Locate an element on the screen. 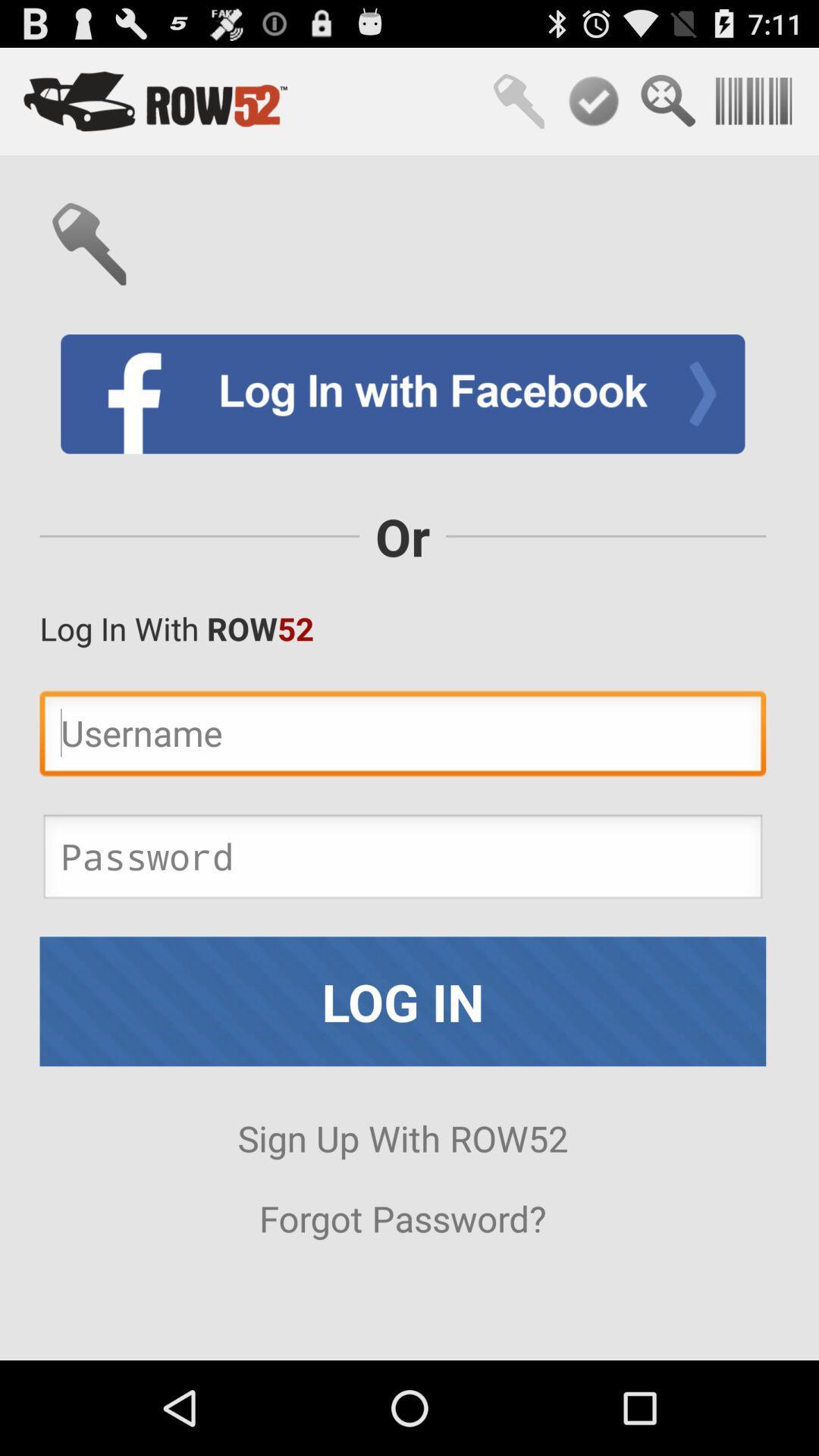 The height and width of the screenshot is (1456, 819). the search icon is located at coordinates (667, 108).